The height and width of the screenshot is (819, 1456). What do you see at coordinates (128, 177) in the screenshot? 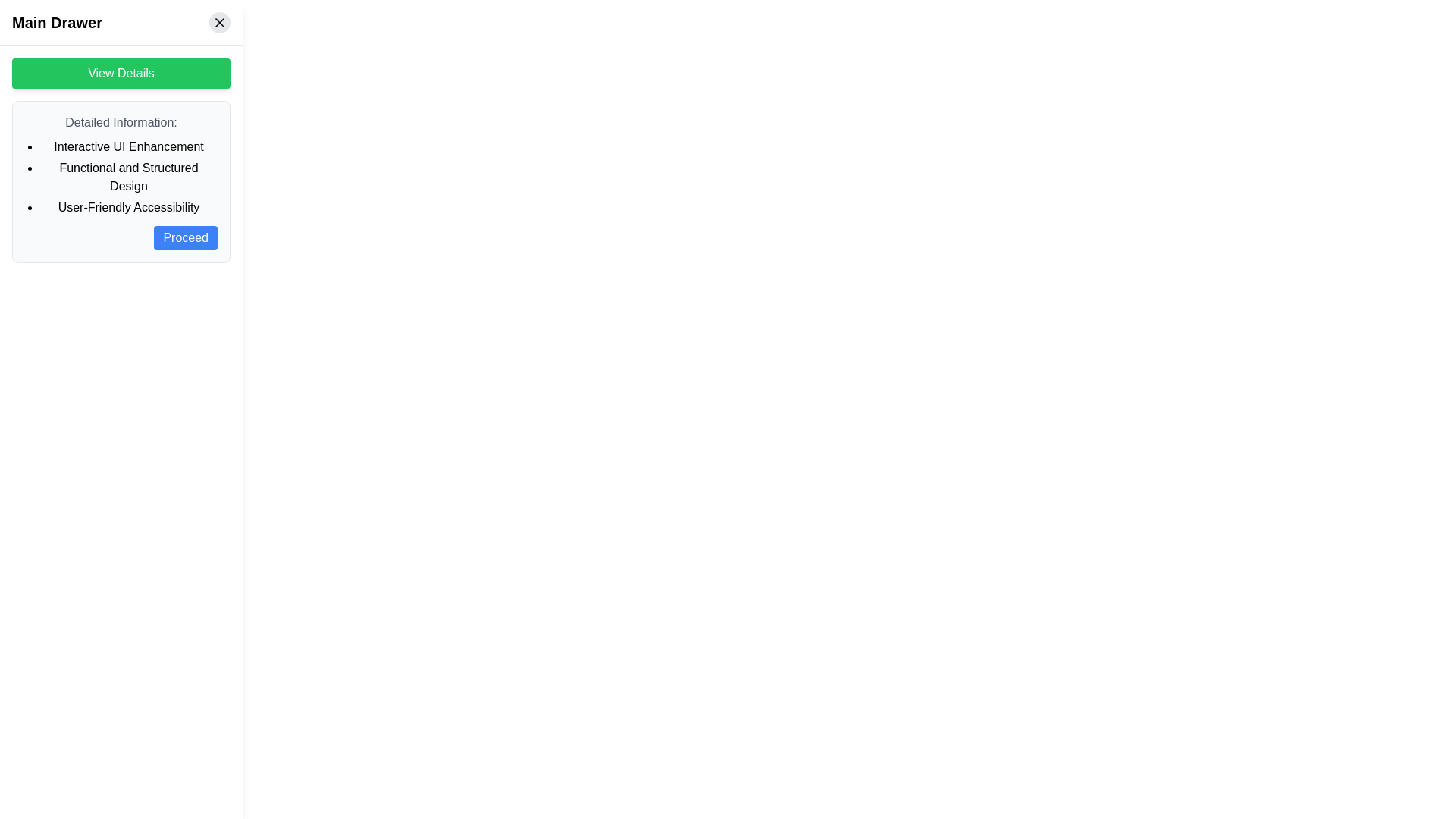
I see `the static text element that is the second item in a bulleted list, located within the 'Detailed Information' section, positioned below 'Interactive UI Enhancement' and above 'User-Friendly Accessibility'` at bounding box center [128, 177].